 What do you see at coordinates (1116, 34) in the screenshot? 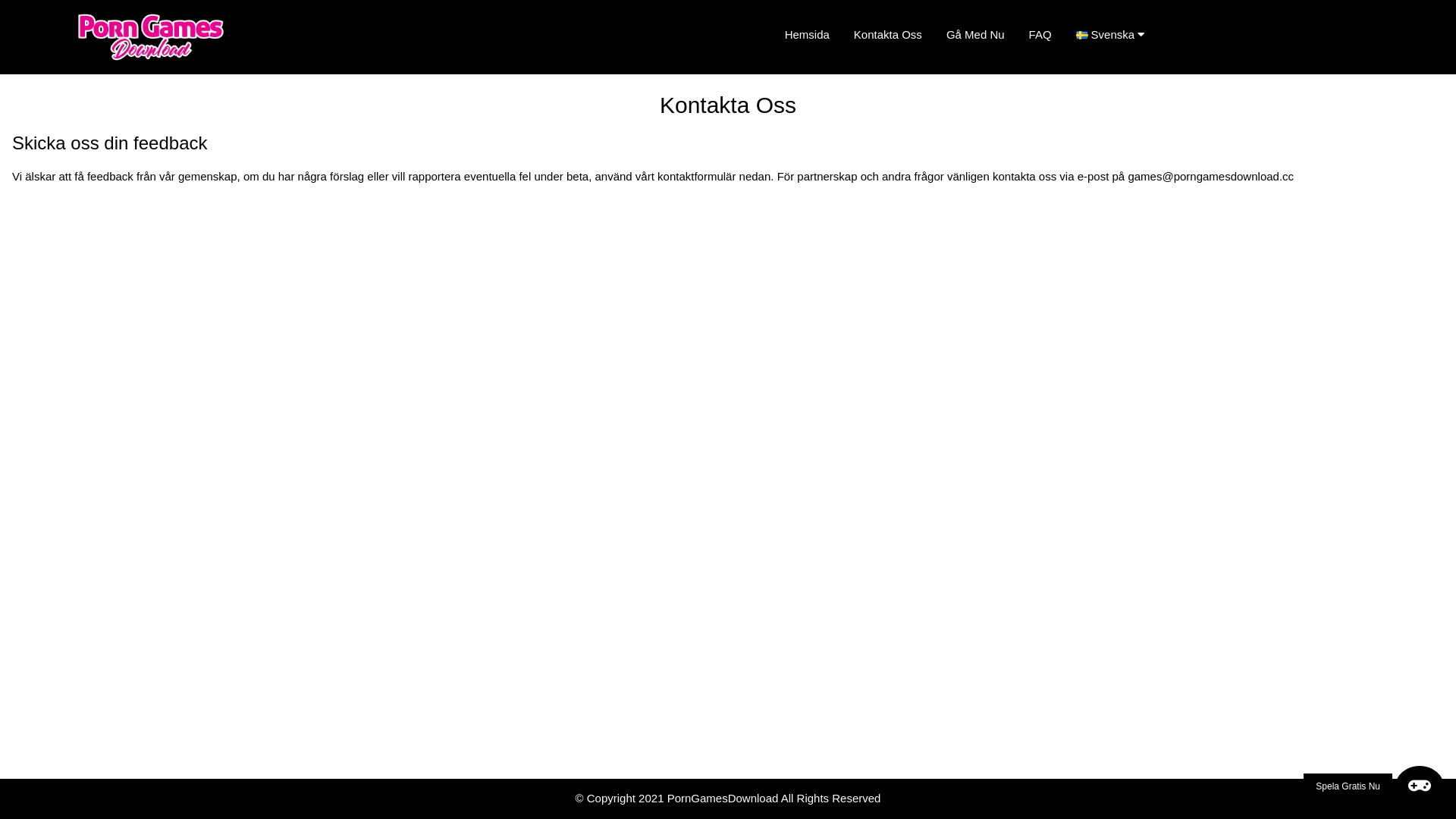
I see `'Svenska'` at bounding box center [1116, 34].